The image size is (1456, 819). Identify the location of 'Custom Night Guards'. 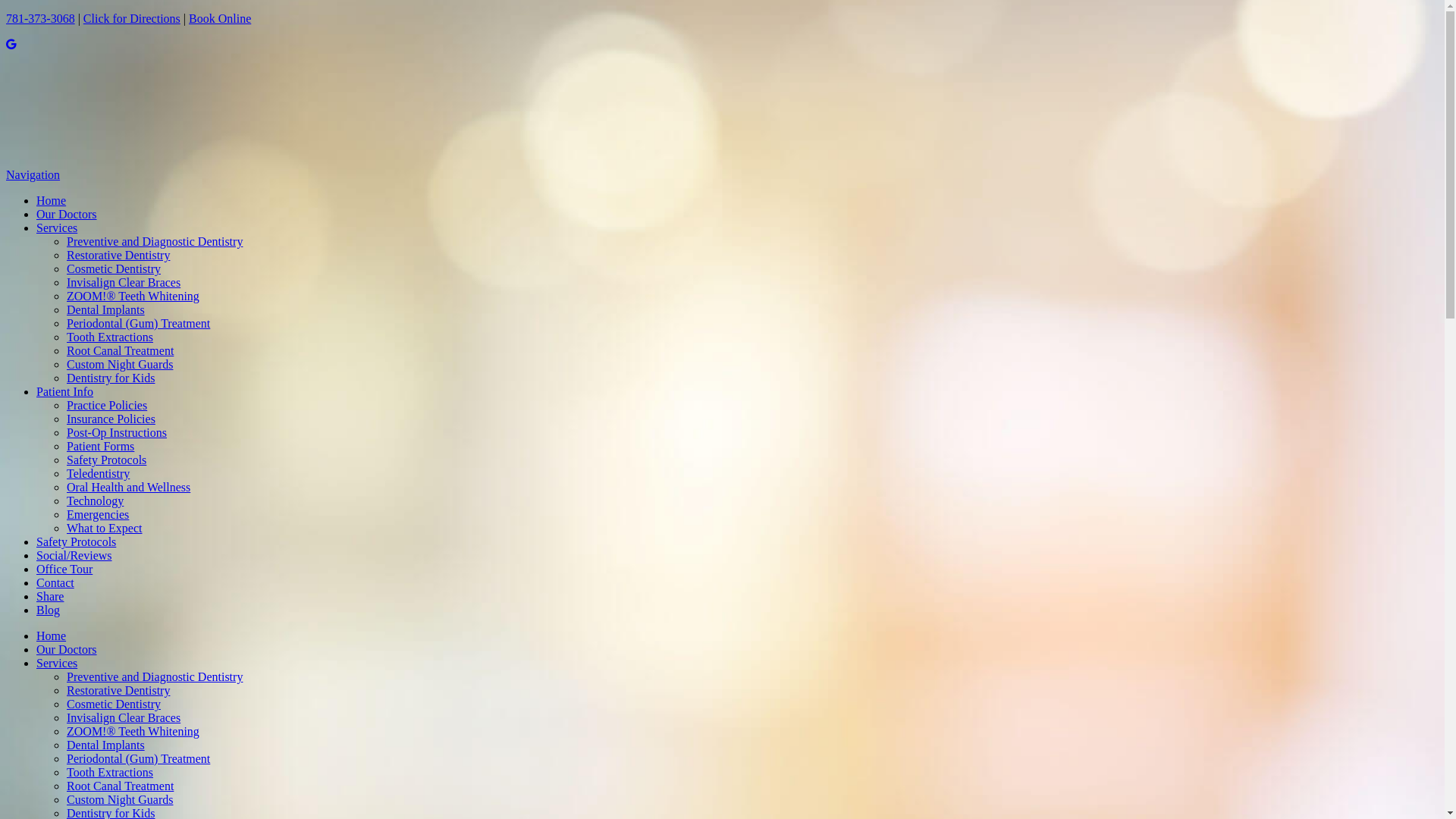
(119, 364).